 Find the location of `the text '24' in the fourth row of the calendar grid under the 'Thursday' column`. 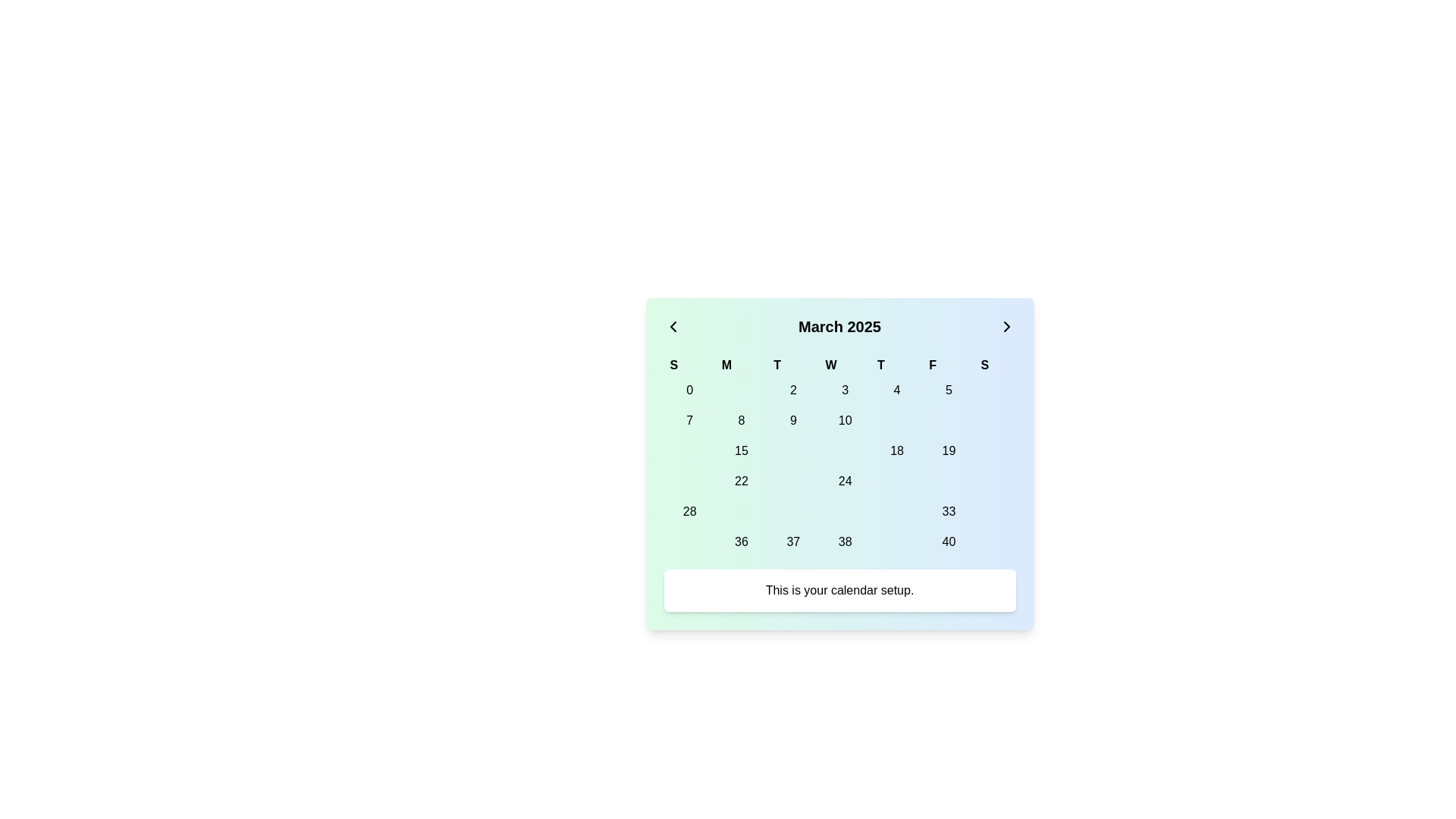

the text '24' in the fourth row of the calendar grid under the 'Thursday' column is located at coordinates (839, 482).